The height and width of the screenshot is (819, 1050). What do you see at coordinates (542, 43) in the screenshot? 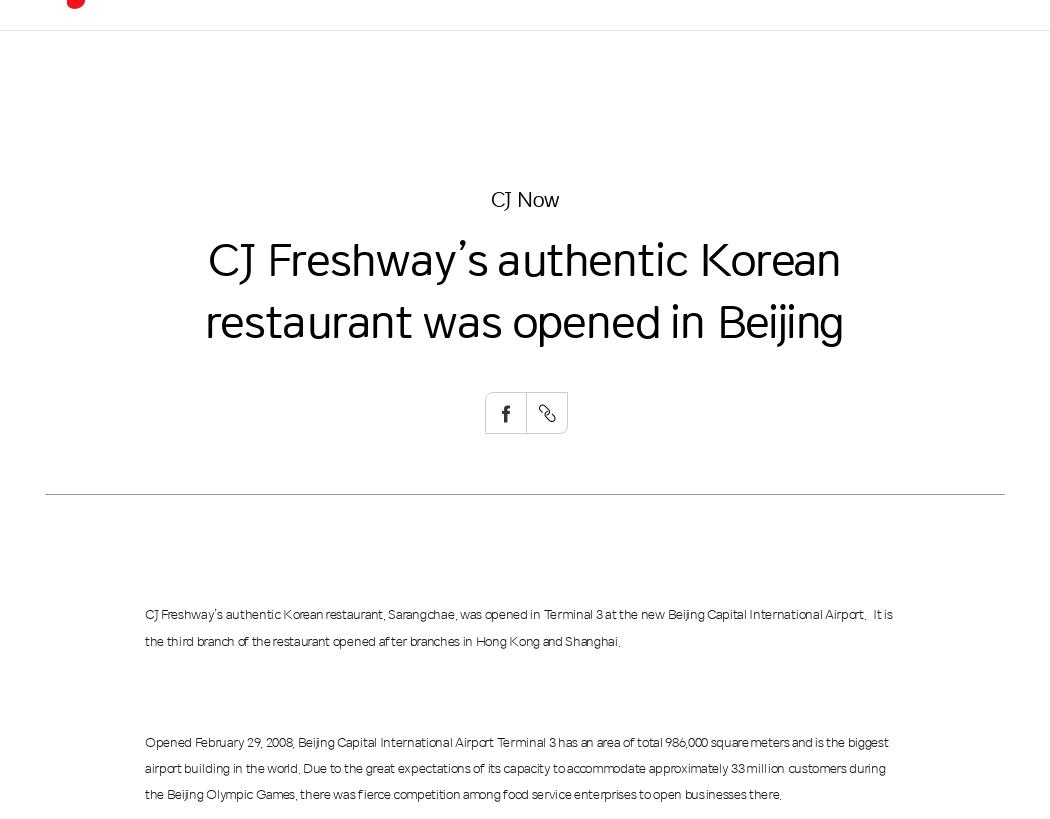
I see `'Sustainability'` at bounding box center [542, 43].